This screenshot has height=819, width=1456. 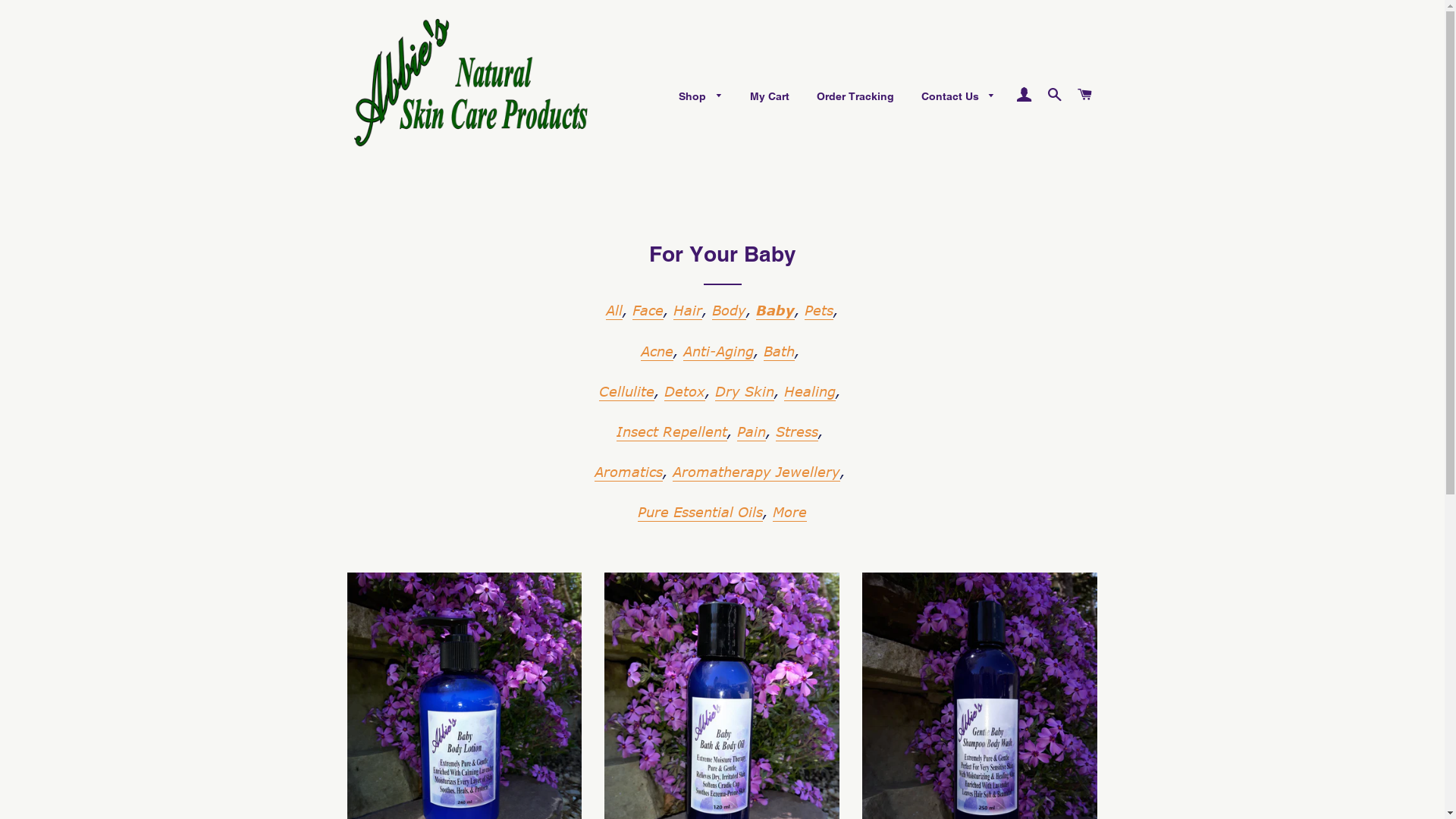 What do you see at coordinates (778, 351) in the screenshot?
I see `'Bath'` at bounding box center [778, 351].